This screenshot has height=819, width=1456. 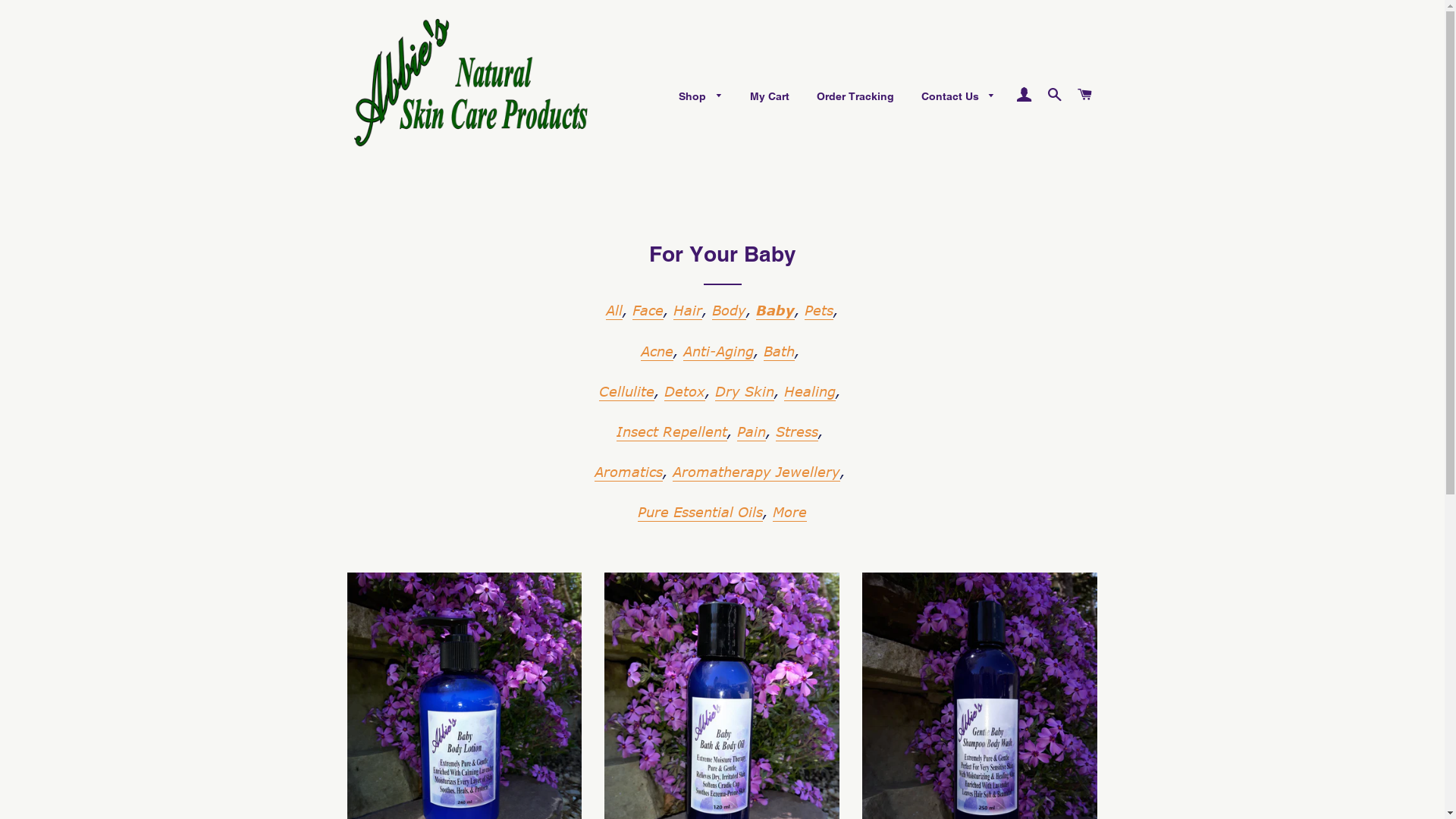 What do you see at coordinates (778, 351) in the screenshot?
I see `'Bath'` at bounding box center [778, 351].